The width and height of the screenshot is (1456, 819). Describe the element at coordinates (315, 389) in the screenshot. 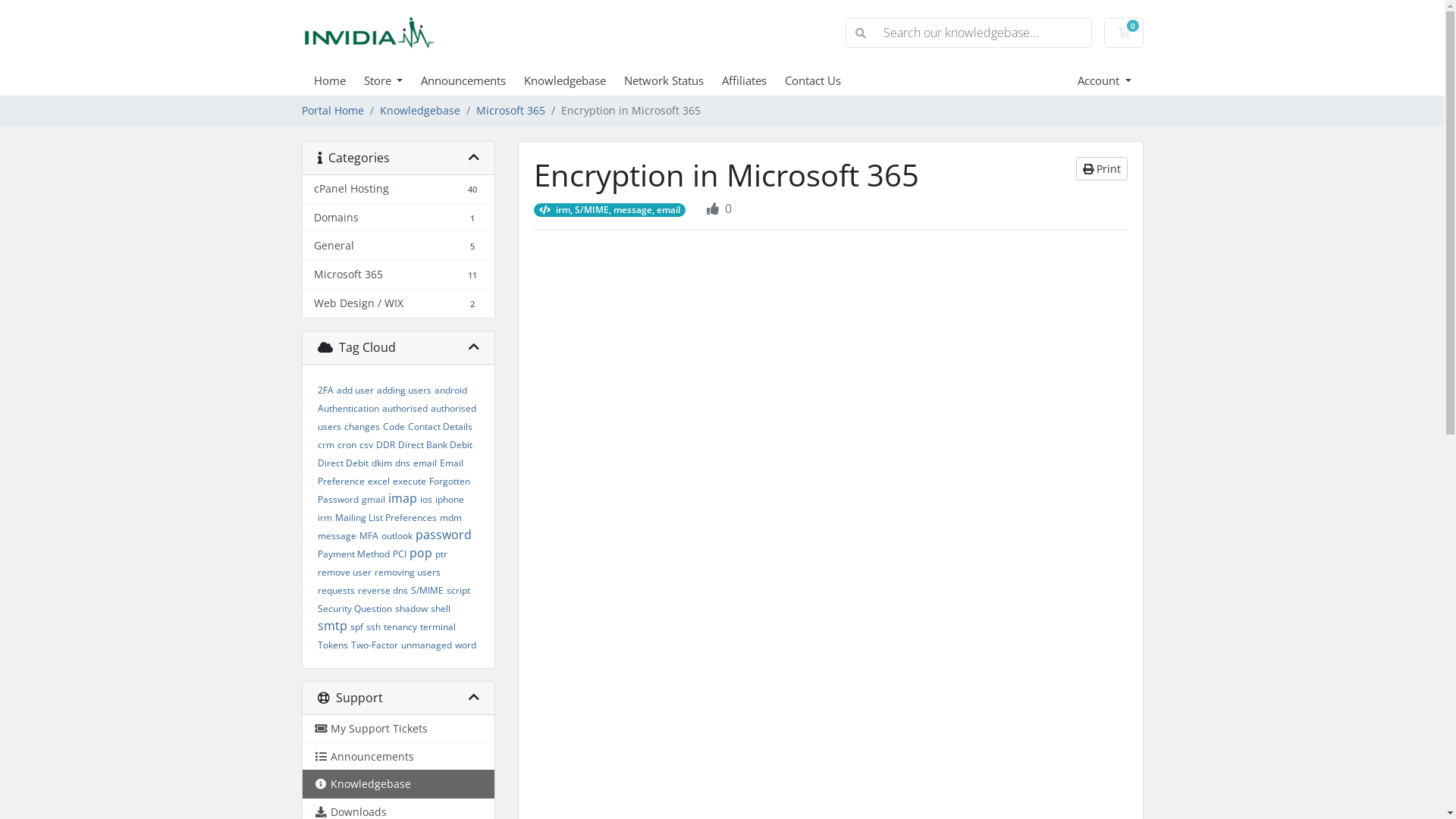

I see `'2FA'` at that location.